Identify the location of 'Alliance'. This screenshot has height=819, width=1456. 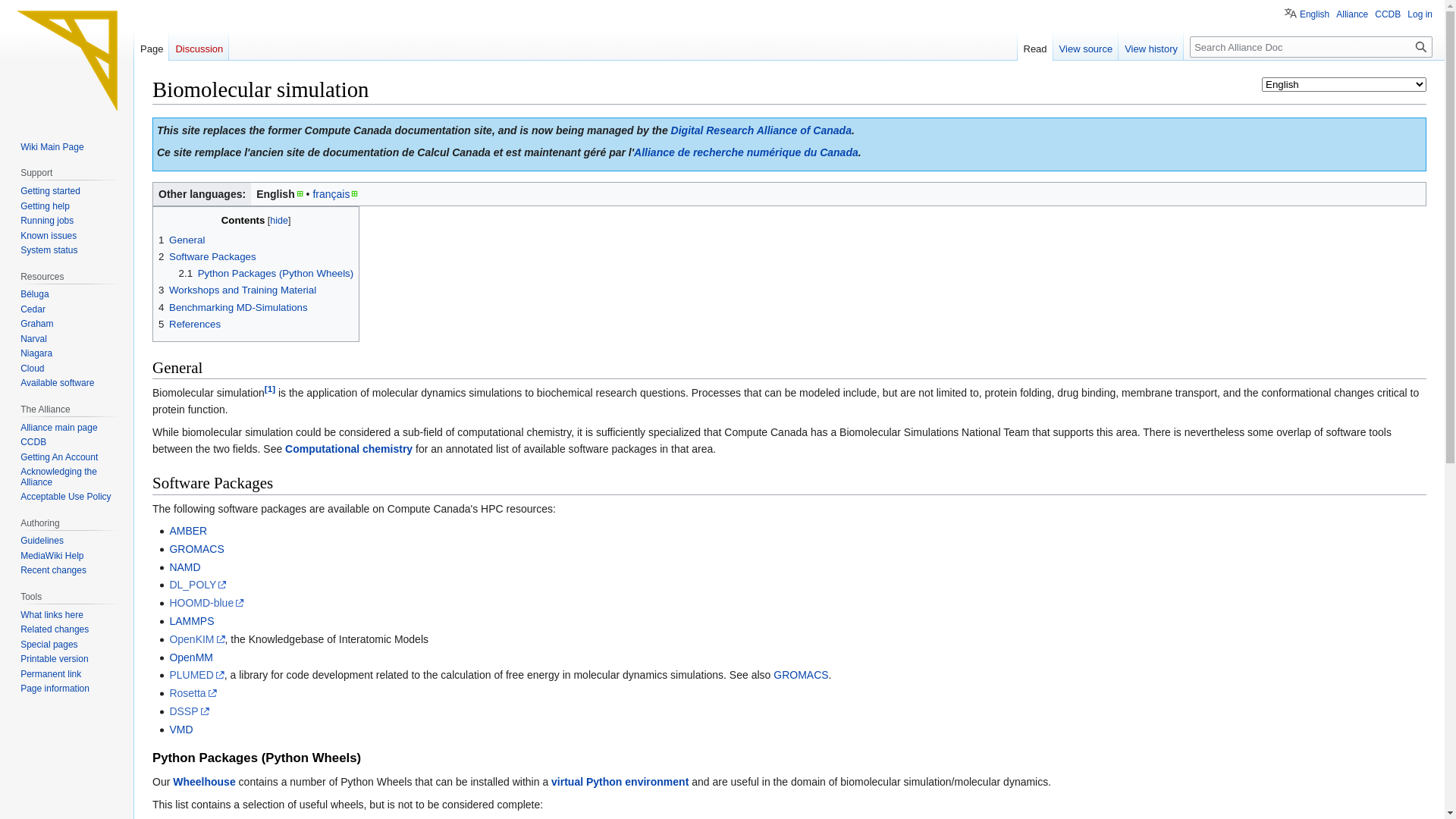
(1351, 14).